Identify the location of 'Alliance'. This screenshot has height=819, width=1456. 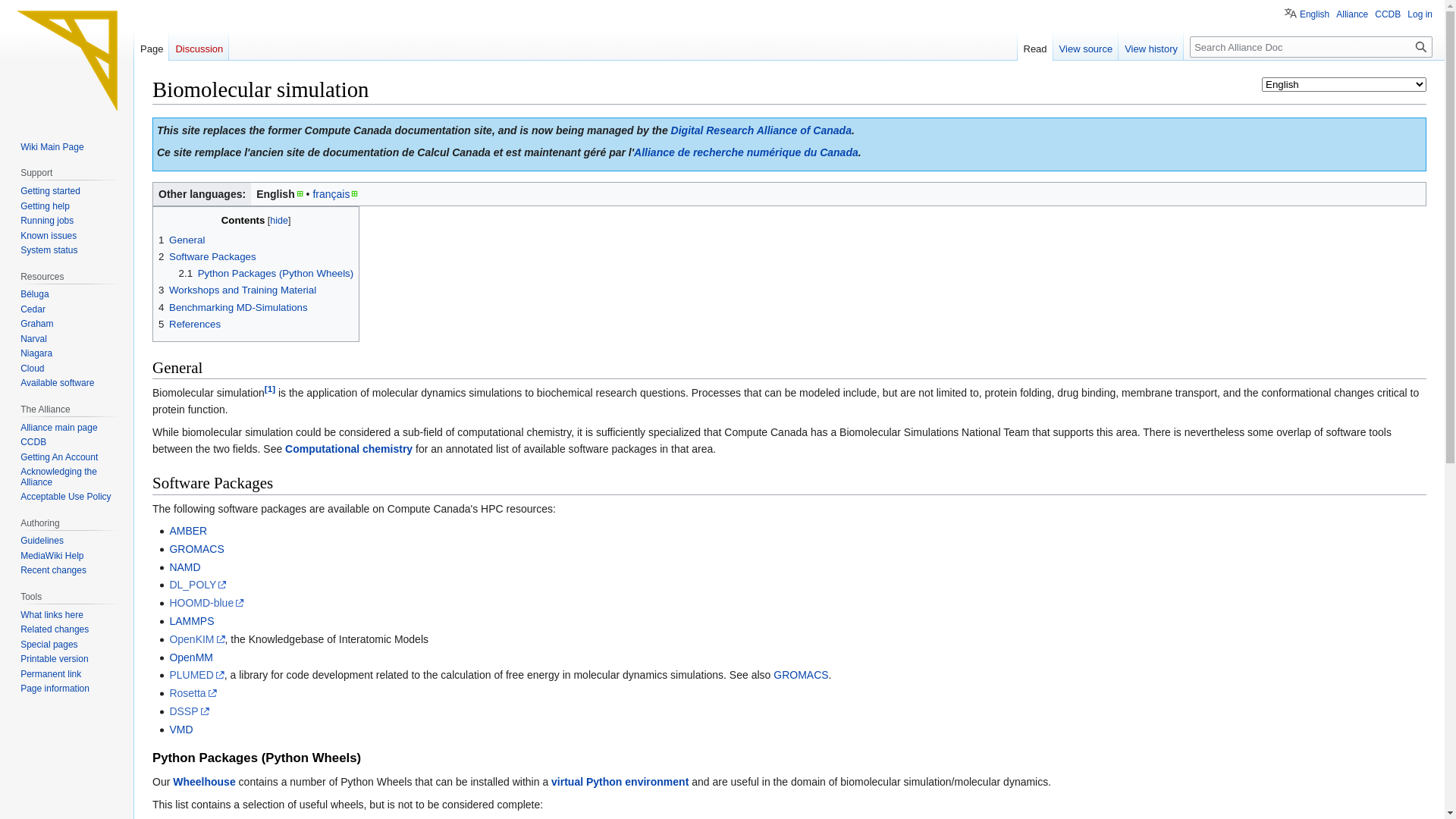
(1351, 14).